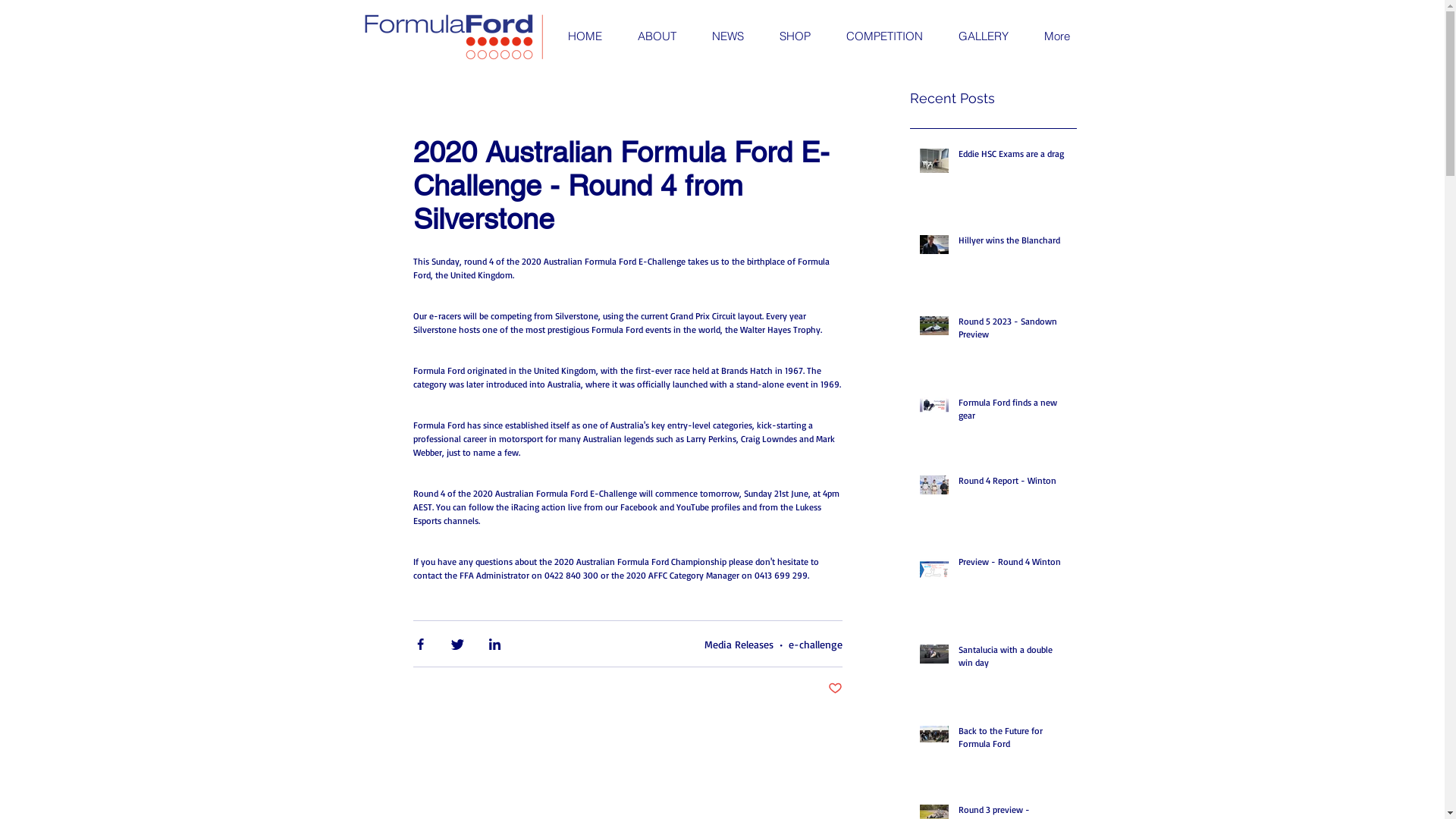 Image resolution: width=1456 pixels, height=819 pixels. Describe the element at coordinates (884, 35) in the screenshot. I see `'COMPETITION'` at that location.